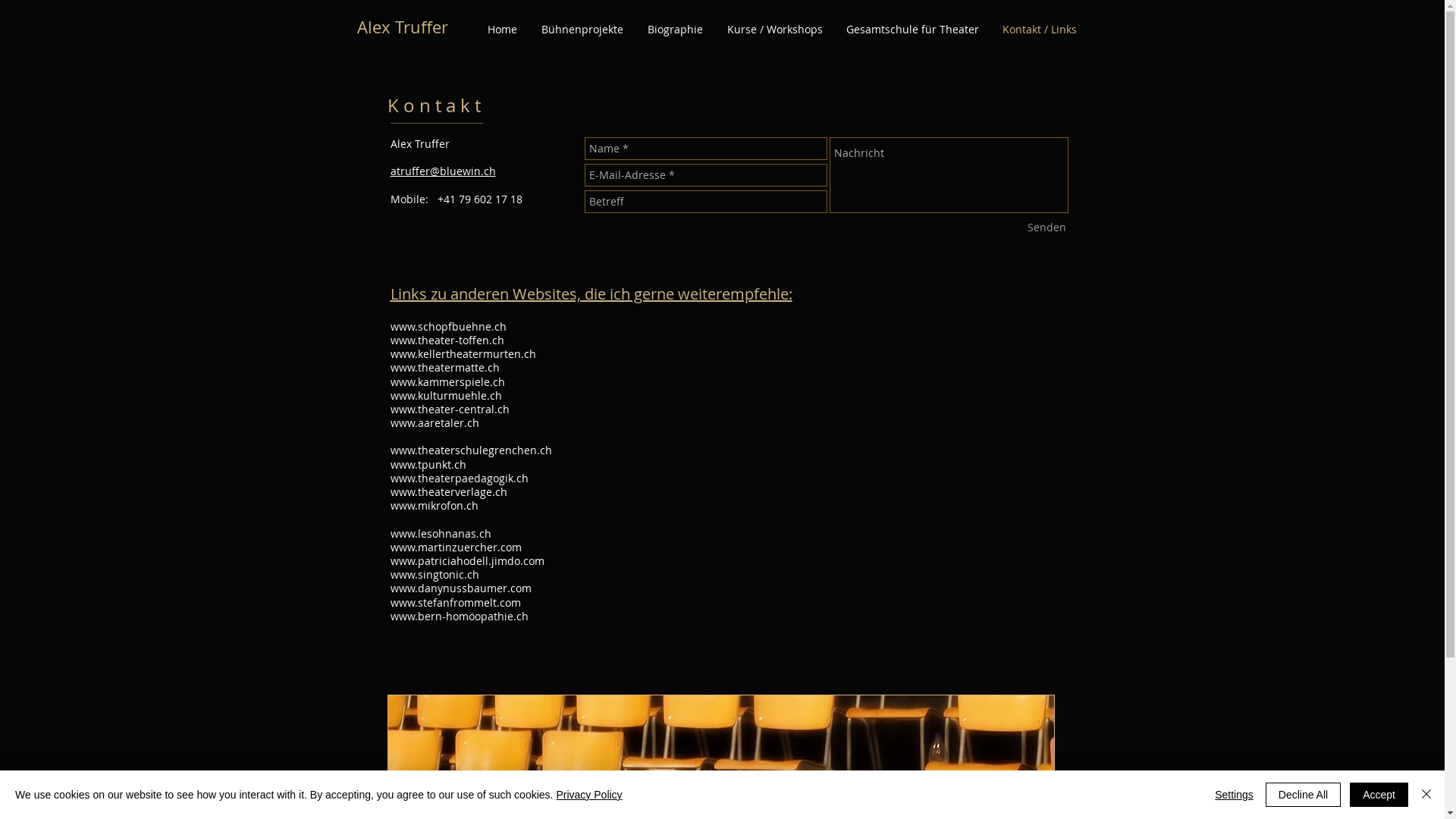 Image resolution: width=1456 pixels, height=819 pixels. Describe the element at coordinates (441, 171) in the screenshot. I see `'atruffer@bluewin.ch'` at that location.